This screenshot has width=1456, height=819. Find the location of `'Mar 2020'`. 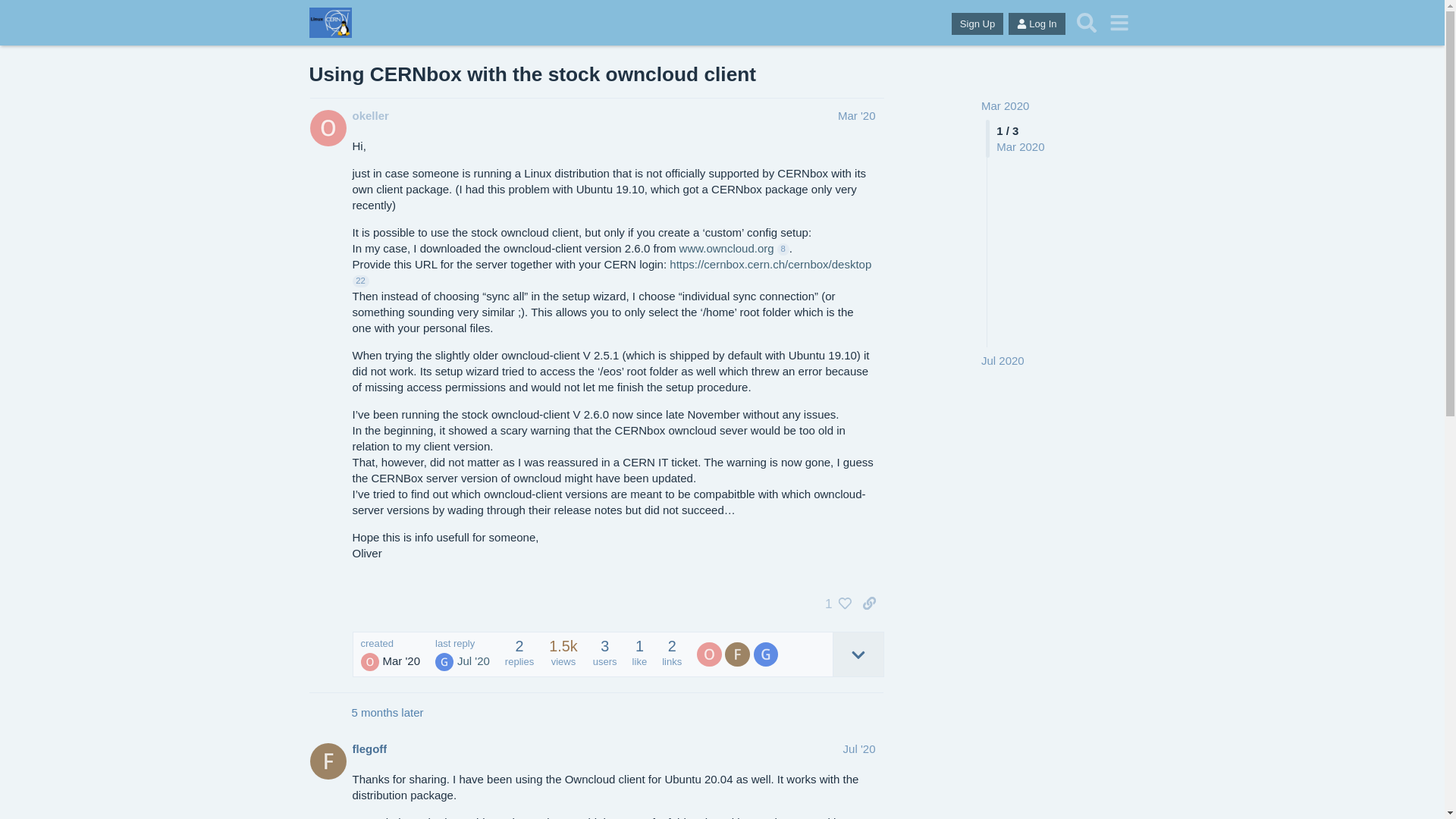

'Mar 2020' is located at coordinates (981, 105).